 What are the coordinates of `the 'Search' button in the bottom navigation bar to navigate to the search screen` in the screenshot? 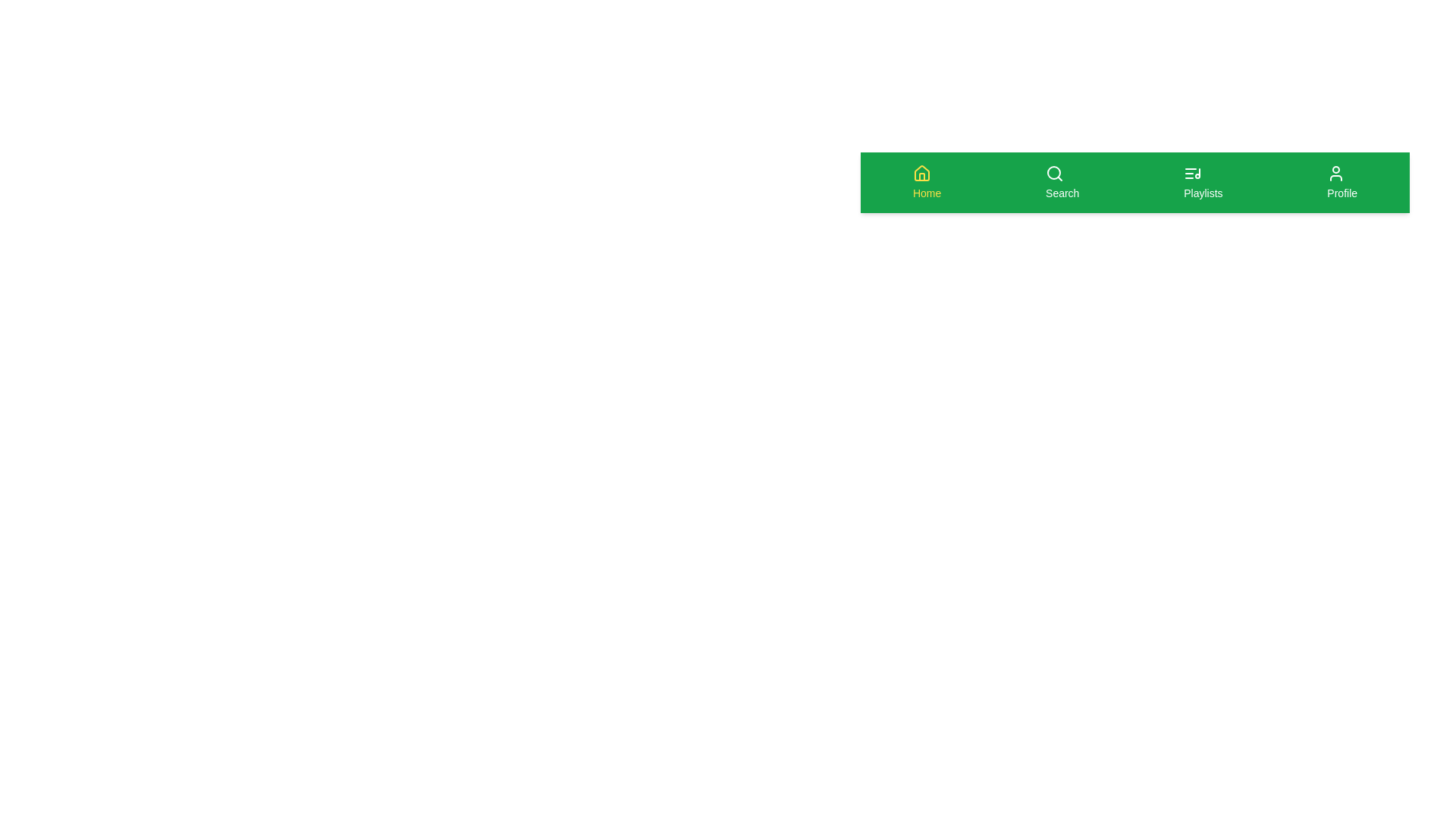 It's located at (1062, 181).